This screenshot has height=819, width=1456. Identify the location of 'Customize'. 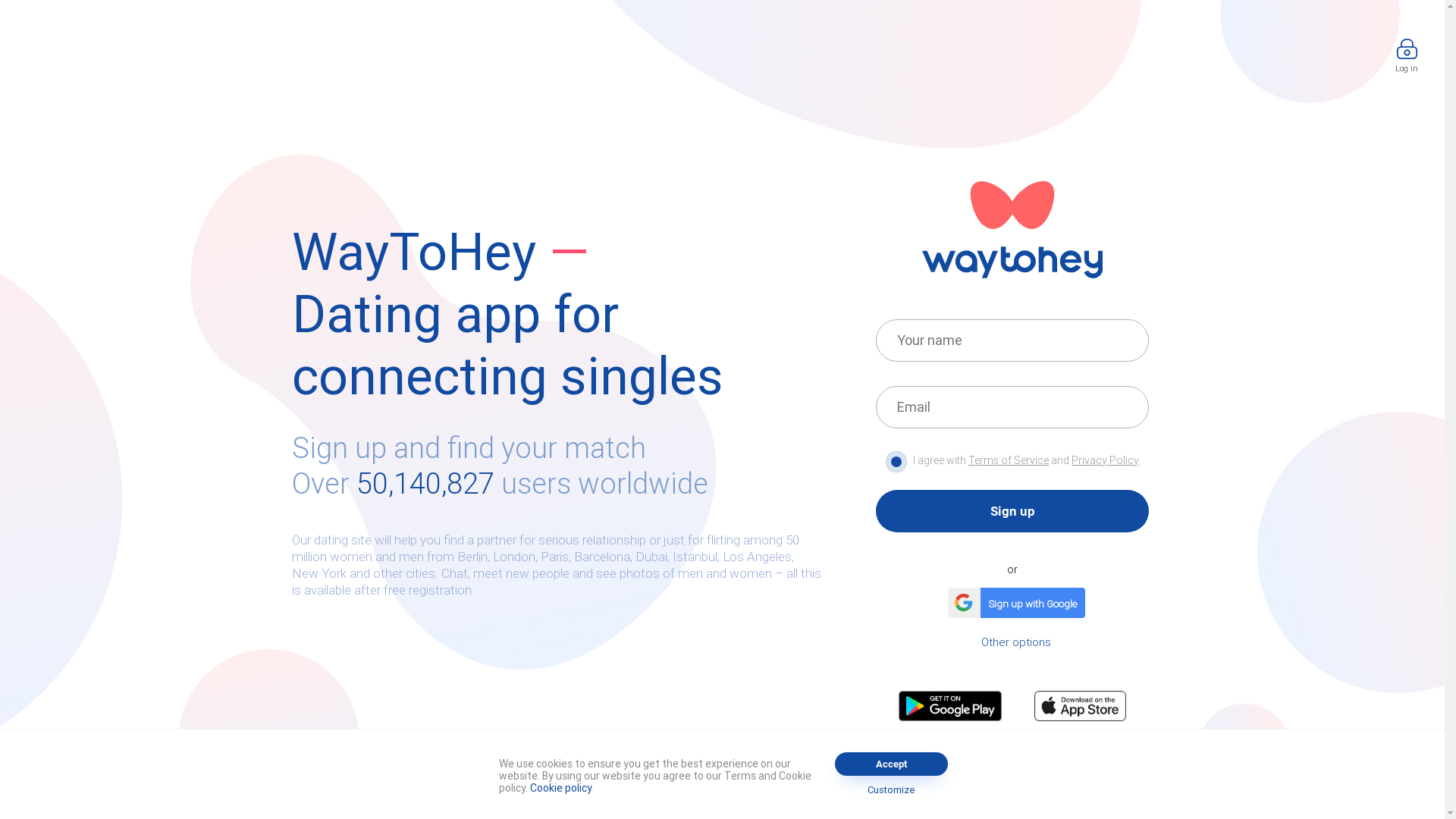
(839, 789).